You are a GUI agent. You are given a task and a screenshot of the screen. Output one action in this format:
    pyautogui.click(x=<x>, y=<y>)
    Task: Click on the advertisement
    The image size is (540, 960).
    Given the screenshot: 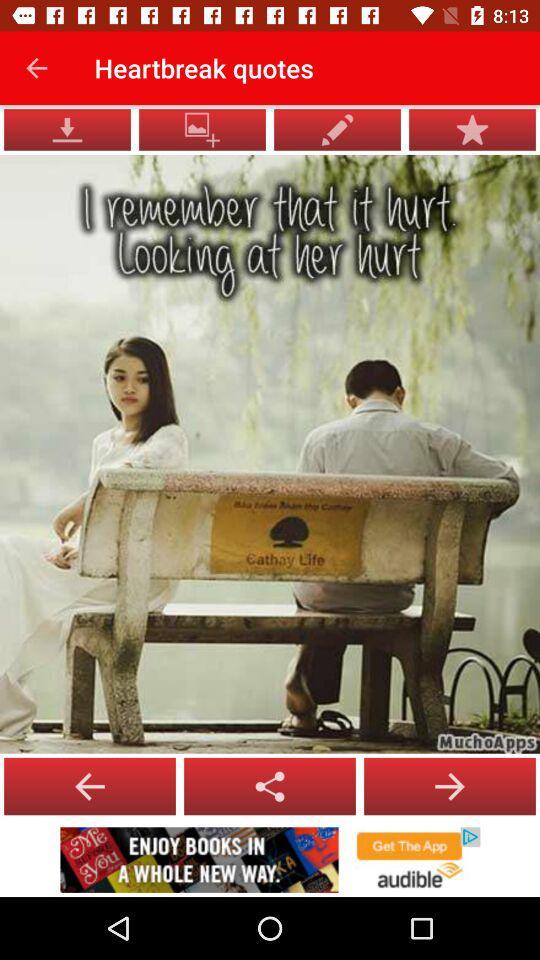 What is the action you would take?
    pyautogui.click(x=270, y=859)
    